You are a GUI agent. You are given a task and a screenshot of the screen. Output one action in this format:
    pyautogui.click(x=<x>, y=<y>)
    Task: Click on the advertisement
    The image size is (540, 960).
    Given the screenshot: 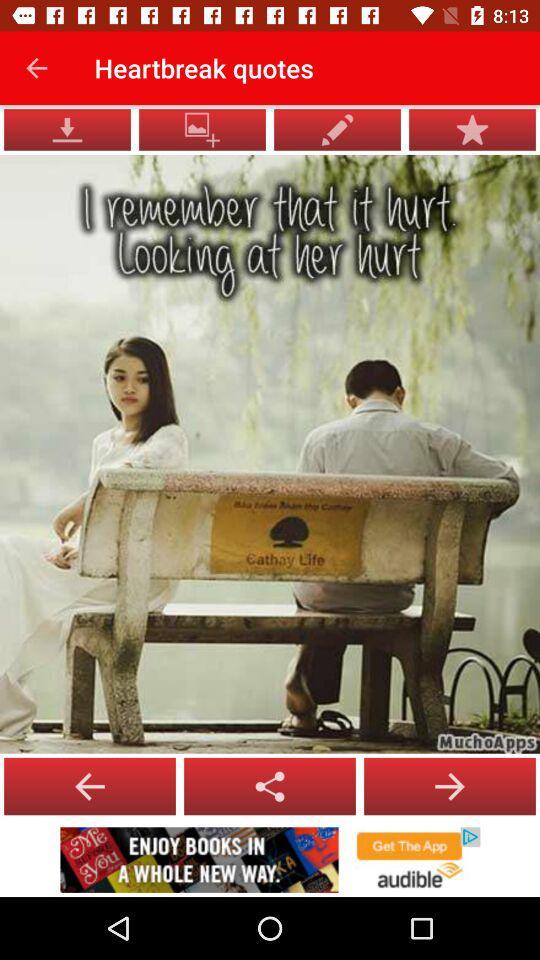 What is the action you would take?
    pyautogui.click(x=270, y=859)
    